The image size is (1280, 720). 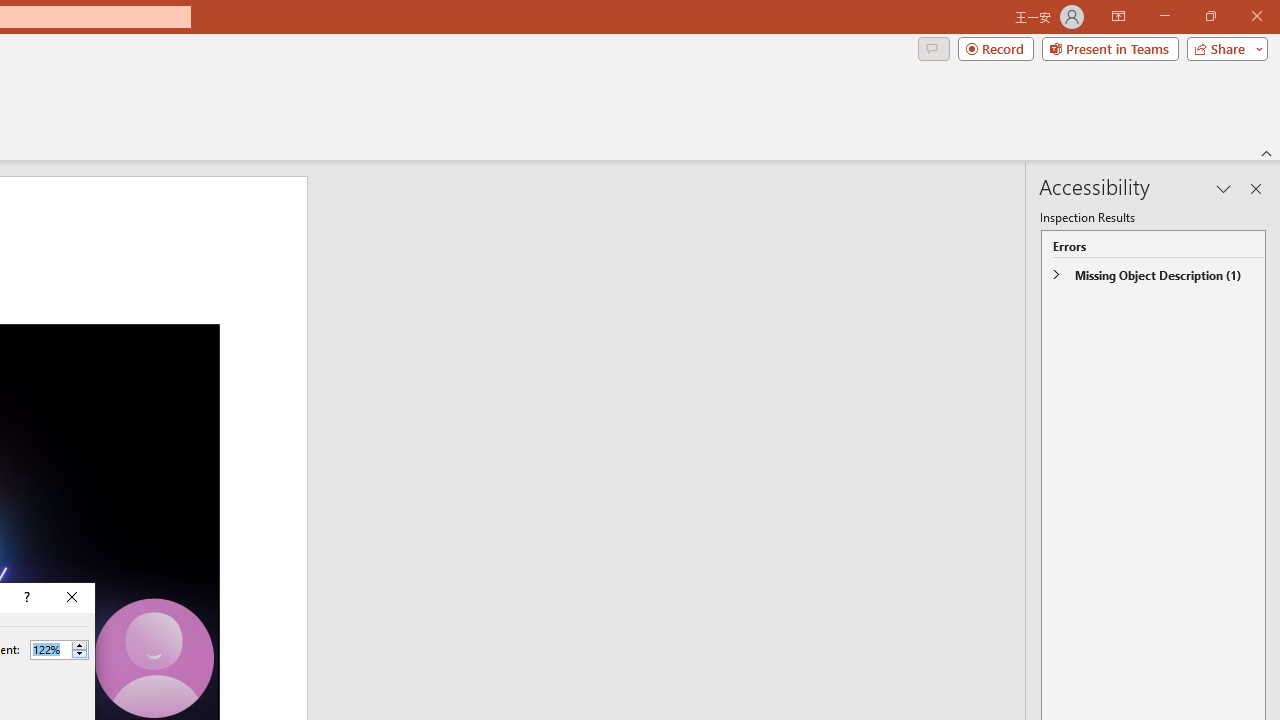 What do you see at coordinates (25, 596) in the screenshot?
I see `'Context help'` at bounding box center [25, 596].